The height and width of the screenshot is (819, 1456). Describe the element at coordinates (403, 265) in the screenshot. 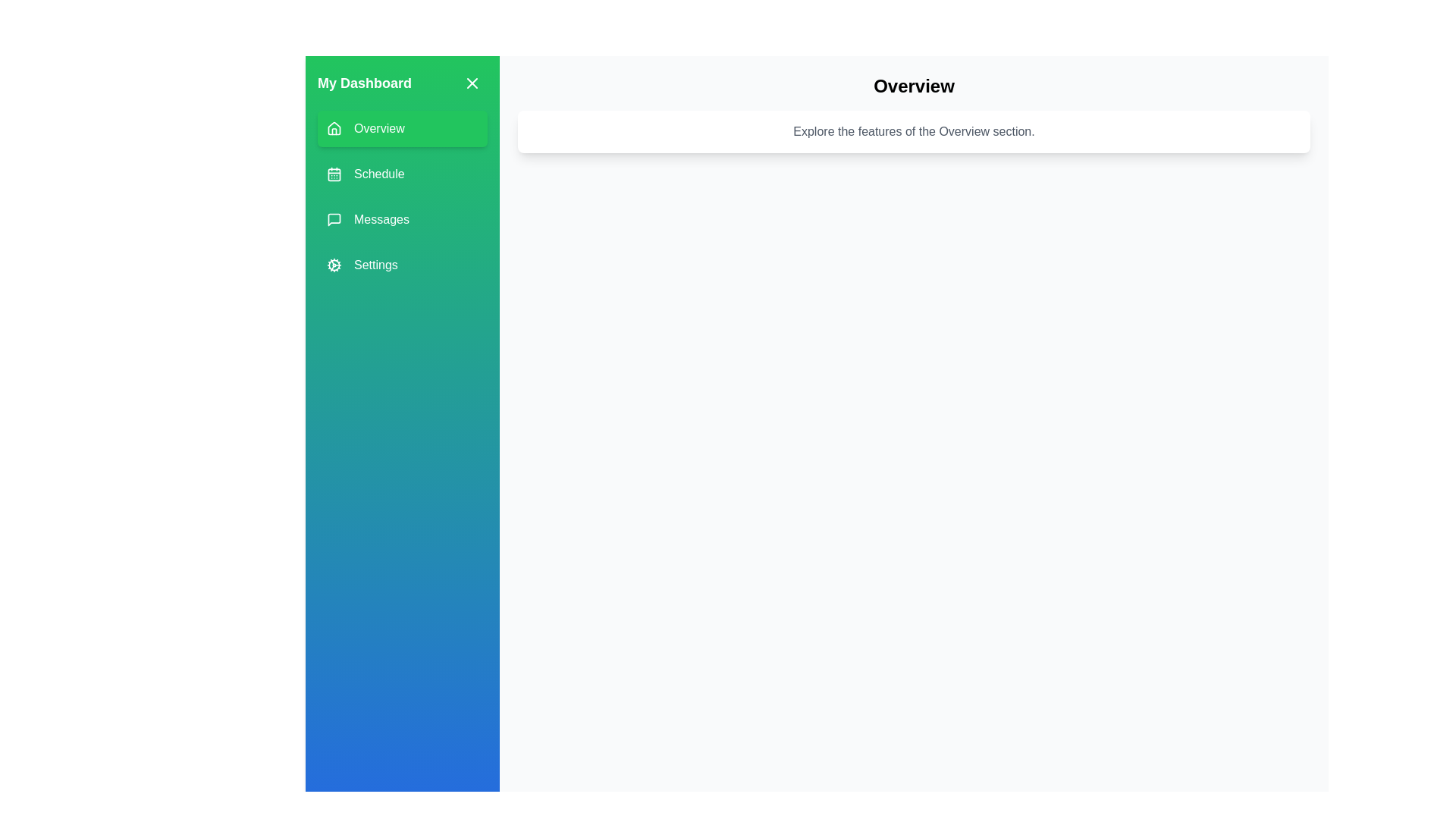

I see `the menu item labeled Settings to change the active section` at that location.